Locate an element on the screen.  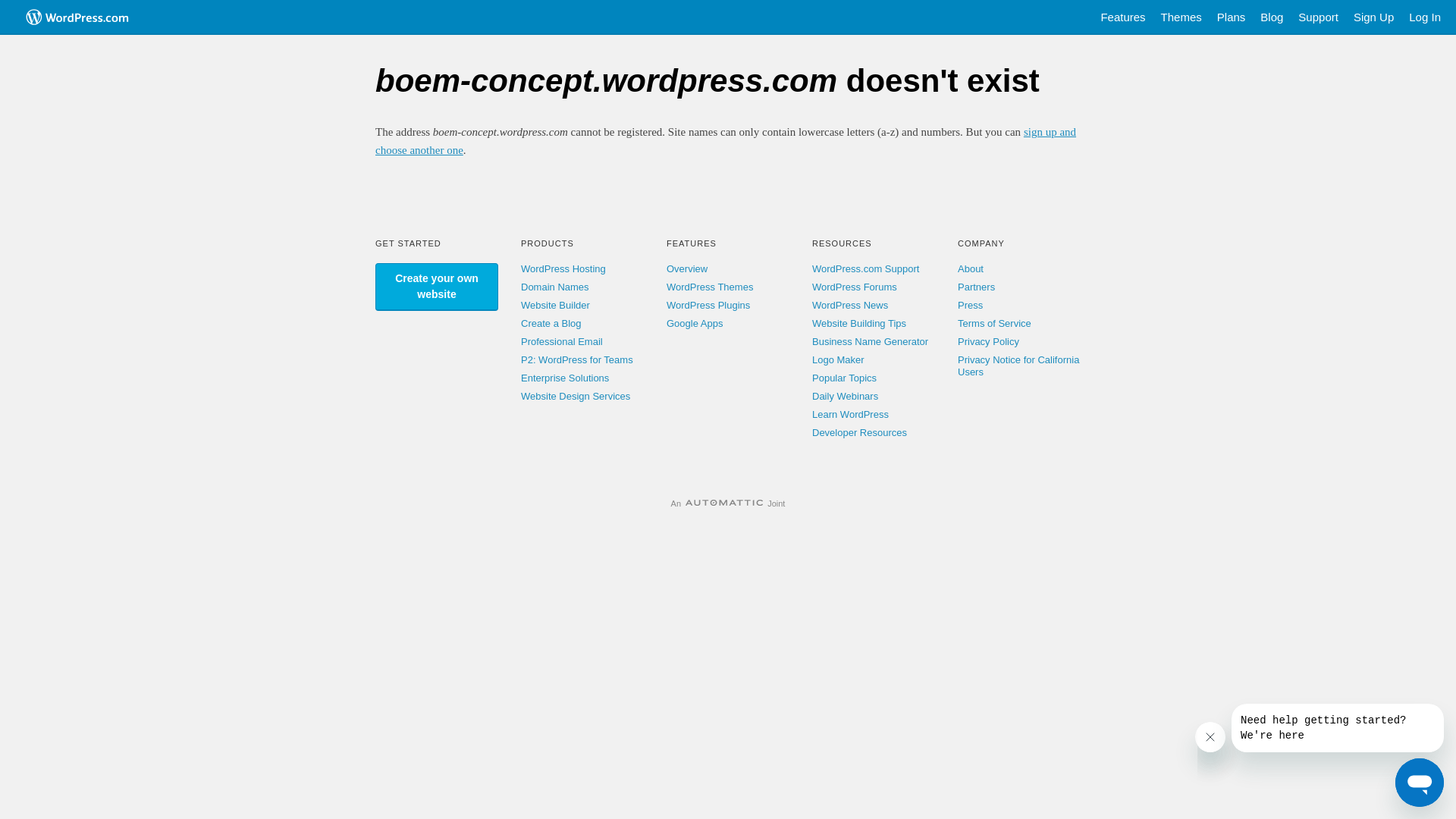
'Enterprise Solutions' is located at coordinates (520, 377).